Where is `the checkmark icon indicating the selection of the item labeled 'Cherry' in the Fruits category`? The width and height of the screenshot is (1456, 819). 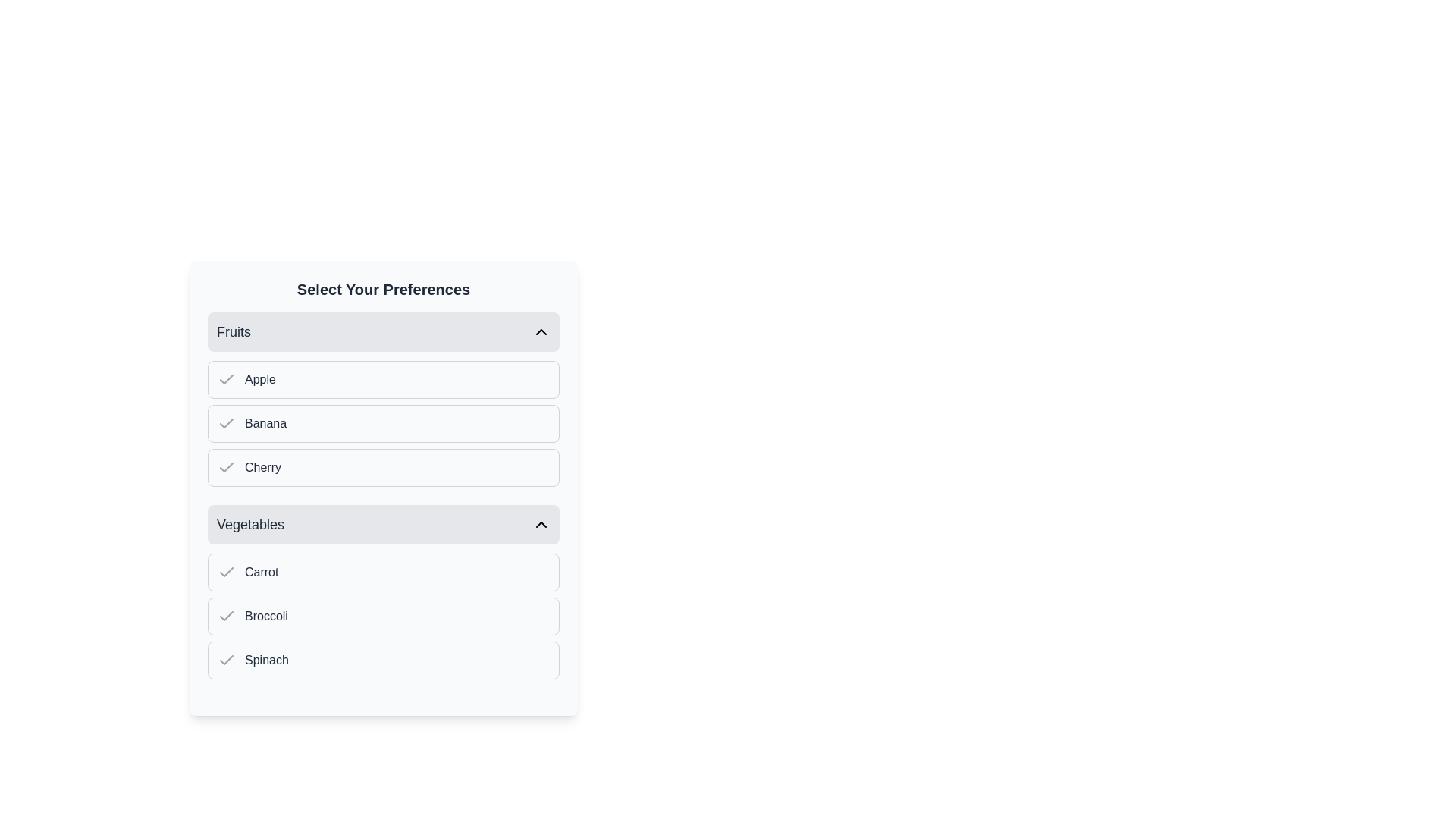 the checkmark icon indicating the selection of the item labeled 'Cherry' in the Fruits category is located at coordinates (225, 467).